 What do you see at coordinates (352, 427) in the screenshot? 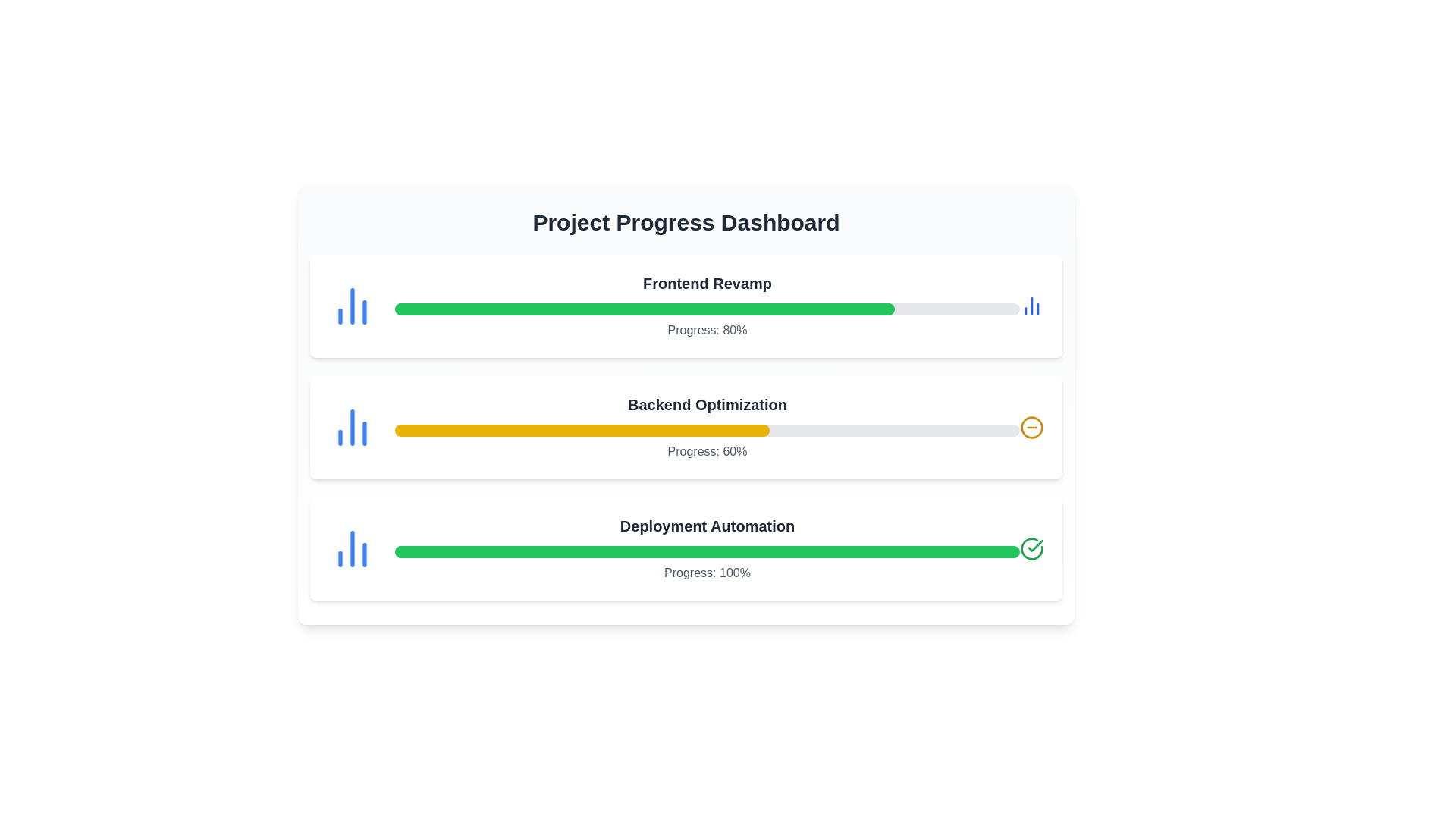
I see `the chart or analytics icon located in the 'Backend Optimization' section, positioned to the left of the yellow progress bar` at bounding box center [352, 427].